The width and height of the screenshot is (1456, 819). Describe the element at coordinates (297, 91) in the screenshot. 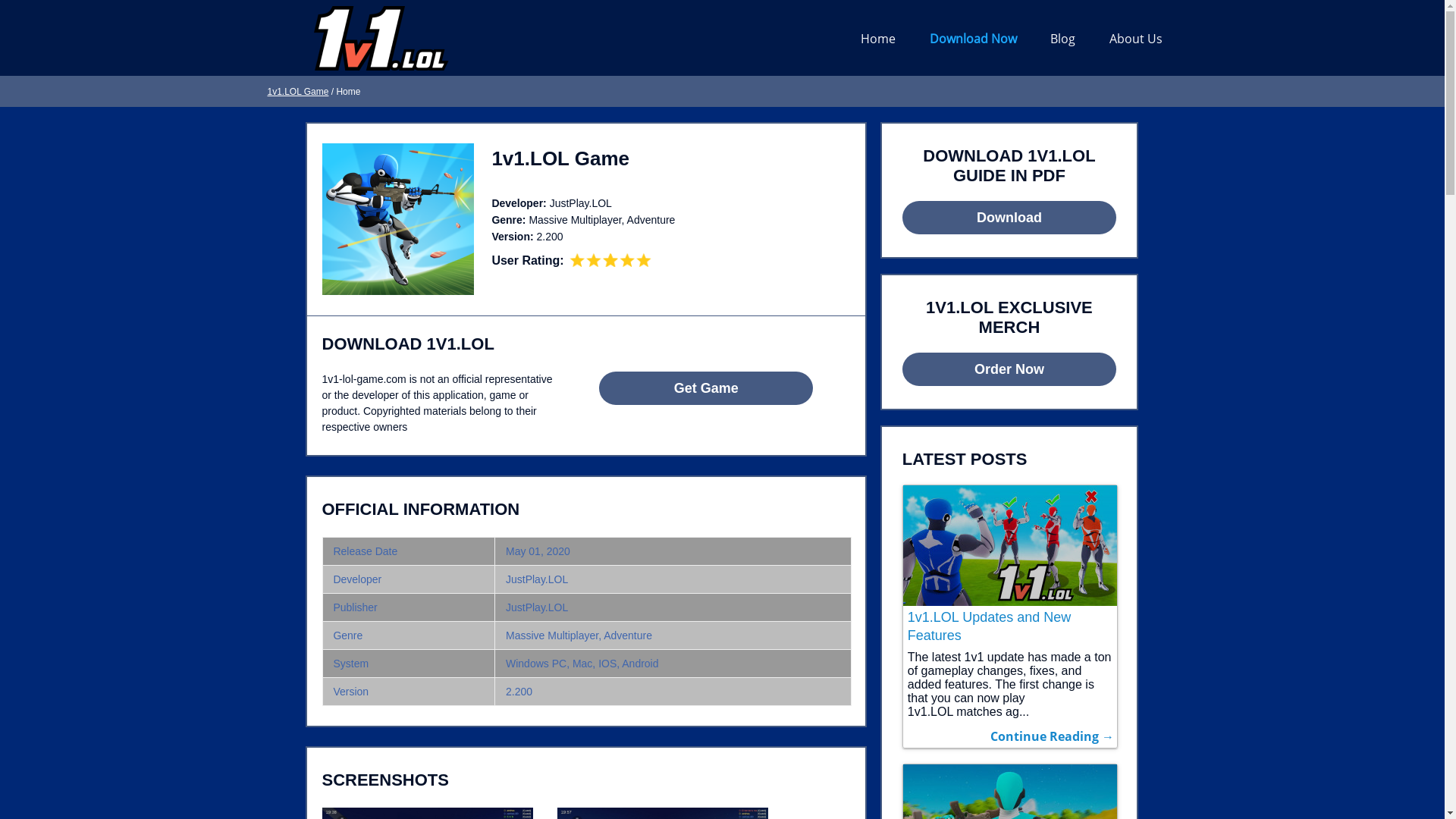

I see `'1v1.LOL Game'` at that location.